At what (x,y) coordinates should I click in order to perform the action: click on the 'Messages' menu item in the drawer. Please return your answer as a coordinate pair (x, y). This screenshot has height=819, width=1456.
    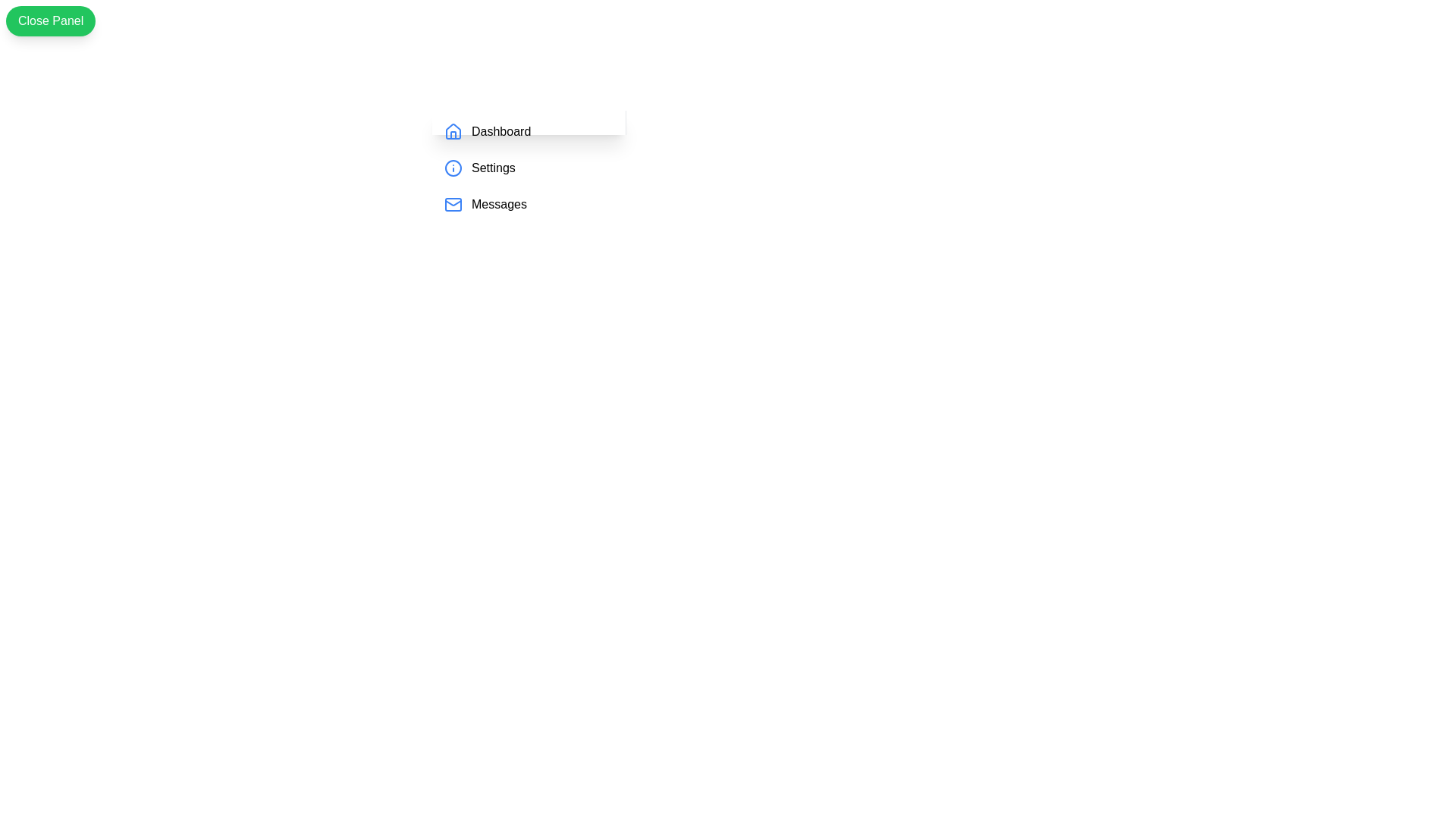
    Looking at the image, I should click on (529, 205).